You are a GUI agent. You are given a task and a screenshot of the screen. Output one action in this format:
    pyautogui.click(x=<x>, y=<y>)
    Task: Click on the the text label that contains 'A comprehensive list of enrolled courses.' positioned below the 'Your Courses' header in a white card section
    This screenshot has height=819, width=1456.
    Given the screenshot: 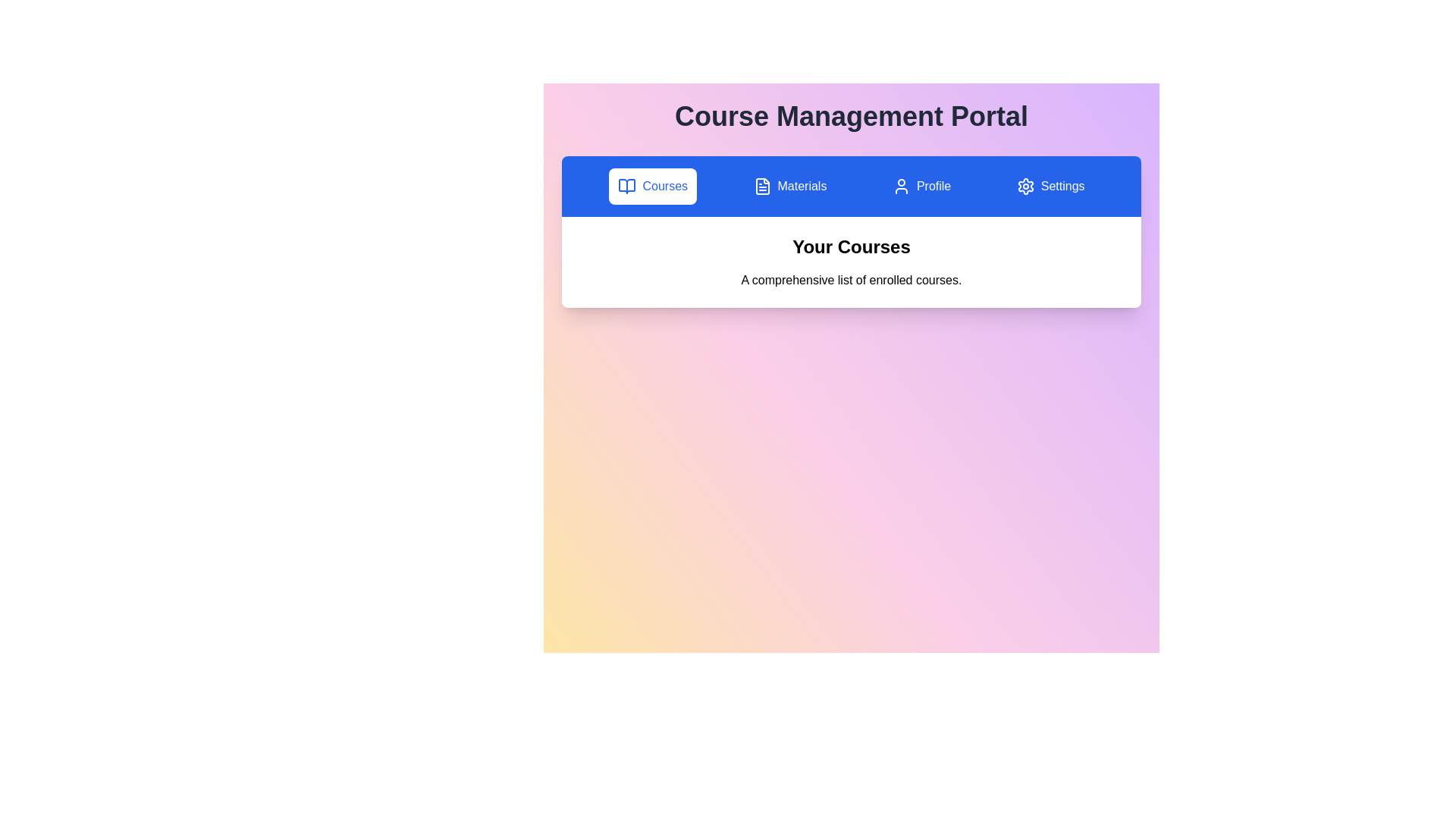 What is the action you would take?
    pyautogui.click(x=852, y=281)
    